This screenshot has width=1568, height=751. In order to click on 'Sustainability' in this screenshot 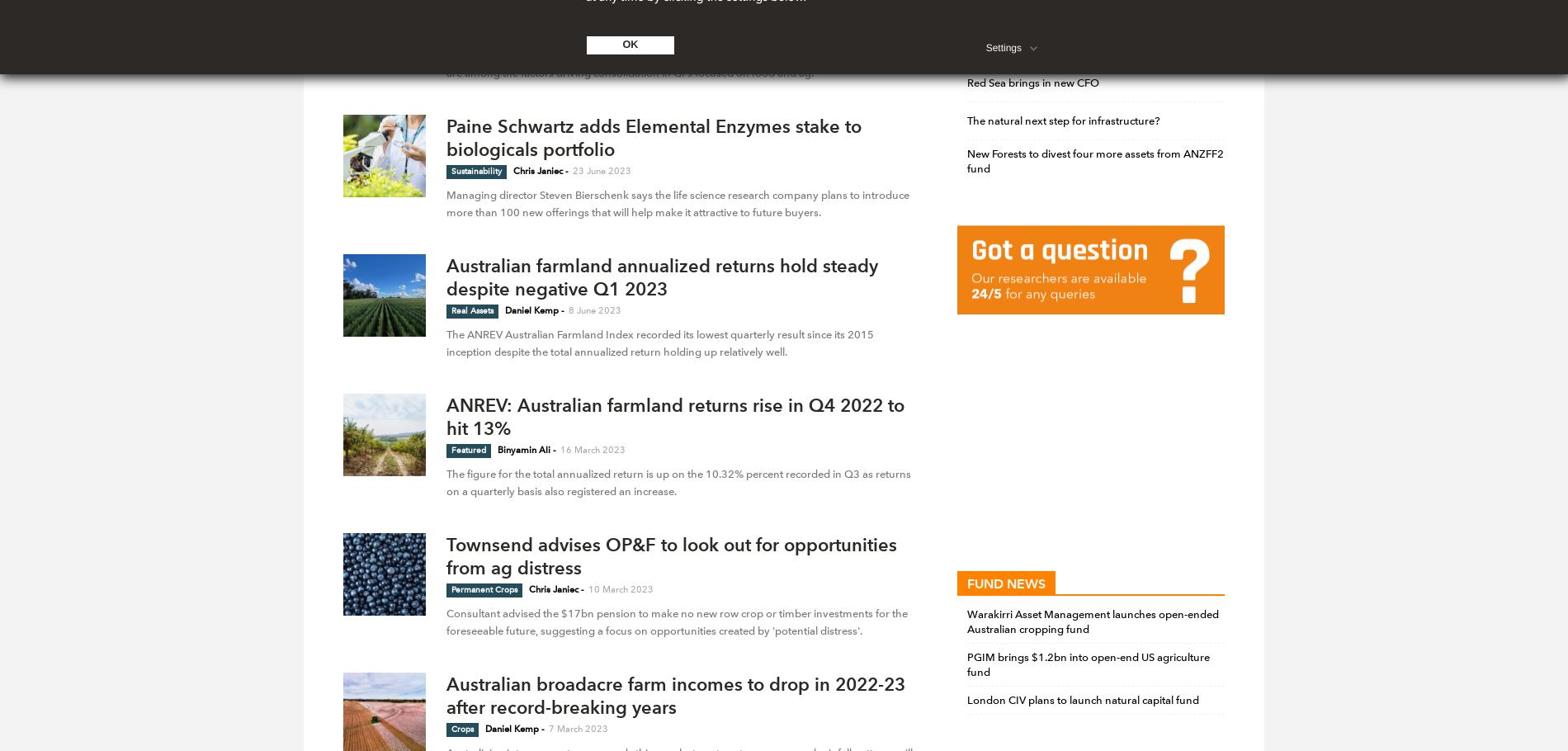, I will do `click(451, 170)`.